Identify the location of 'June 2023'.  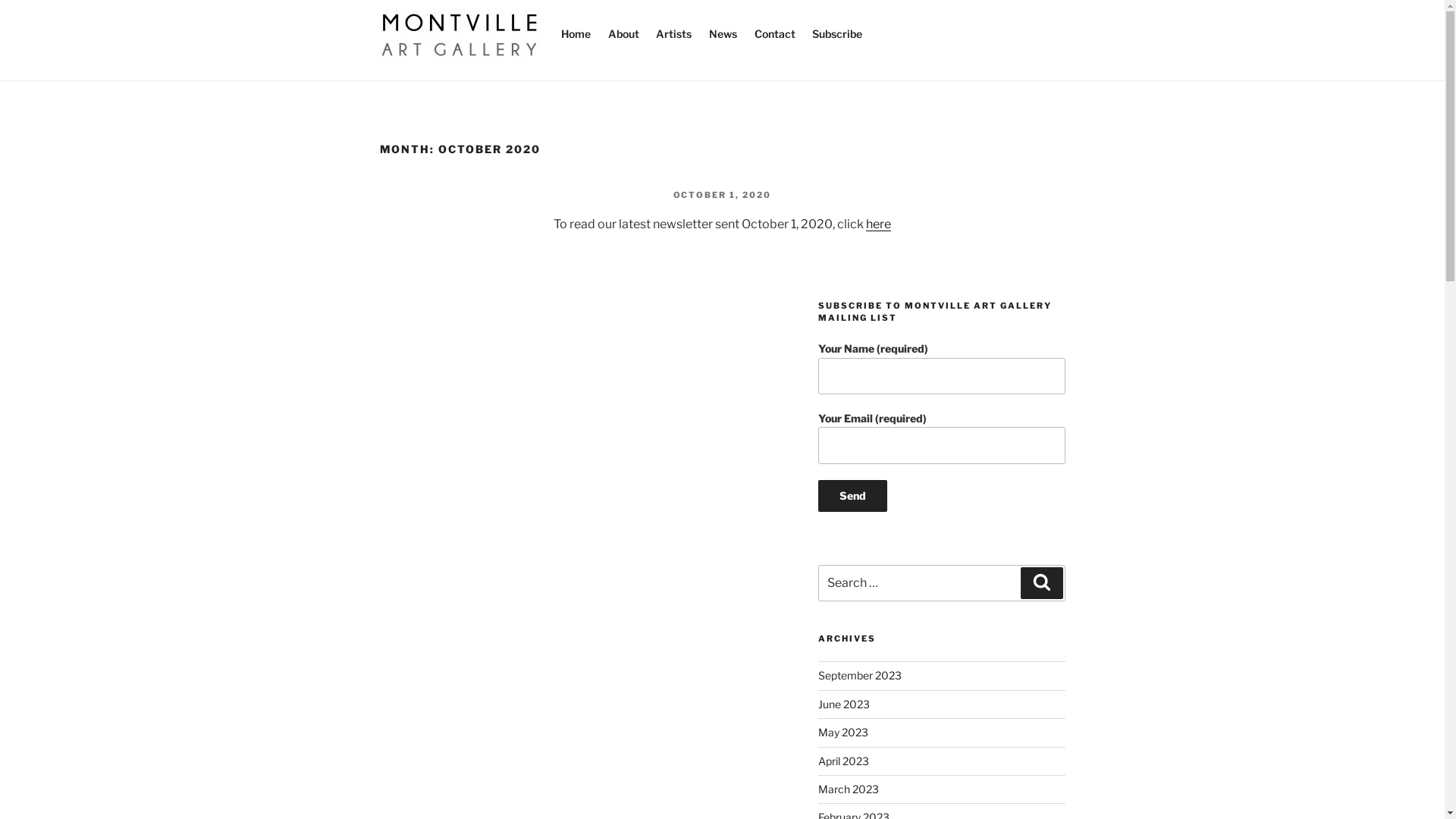
(843, 704).